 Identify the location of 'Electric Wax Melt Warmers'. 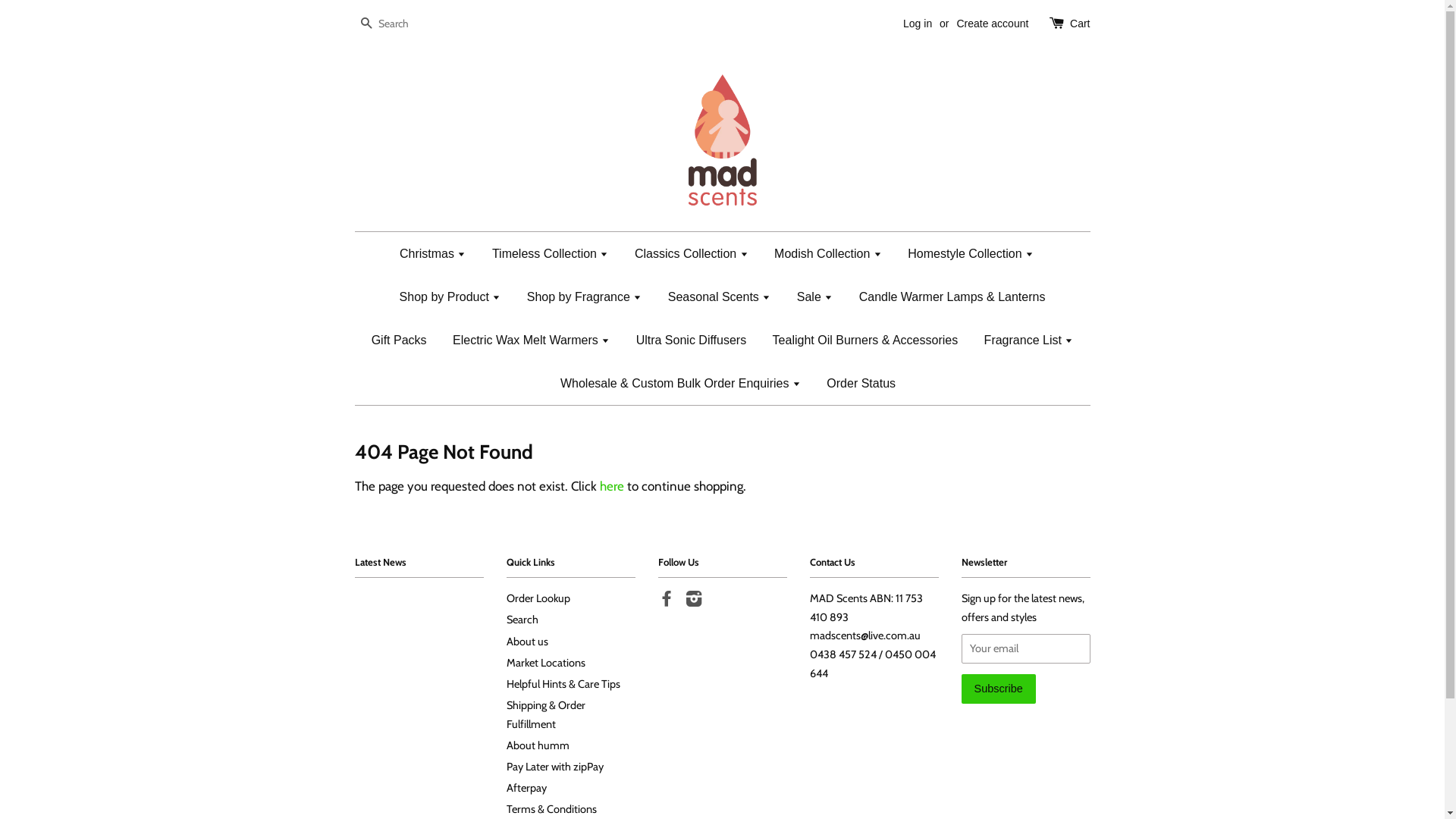
(531, 339).